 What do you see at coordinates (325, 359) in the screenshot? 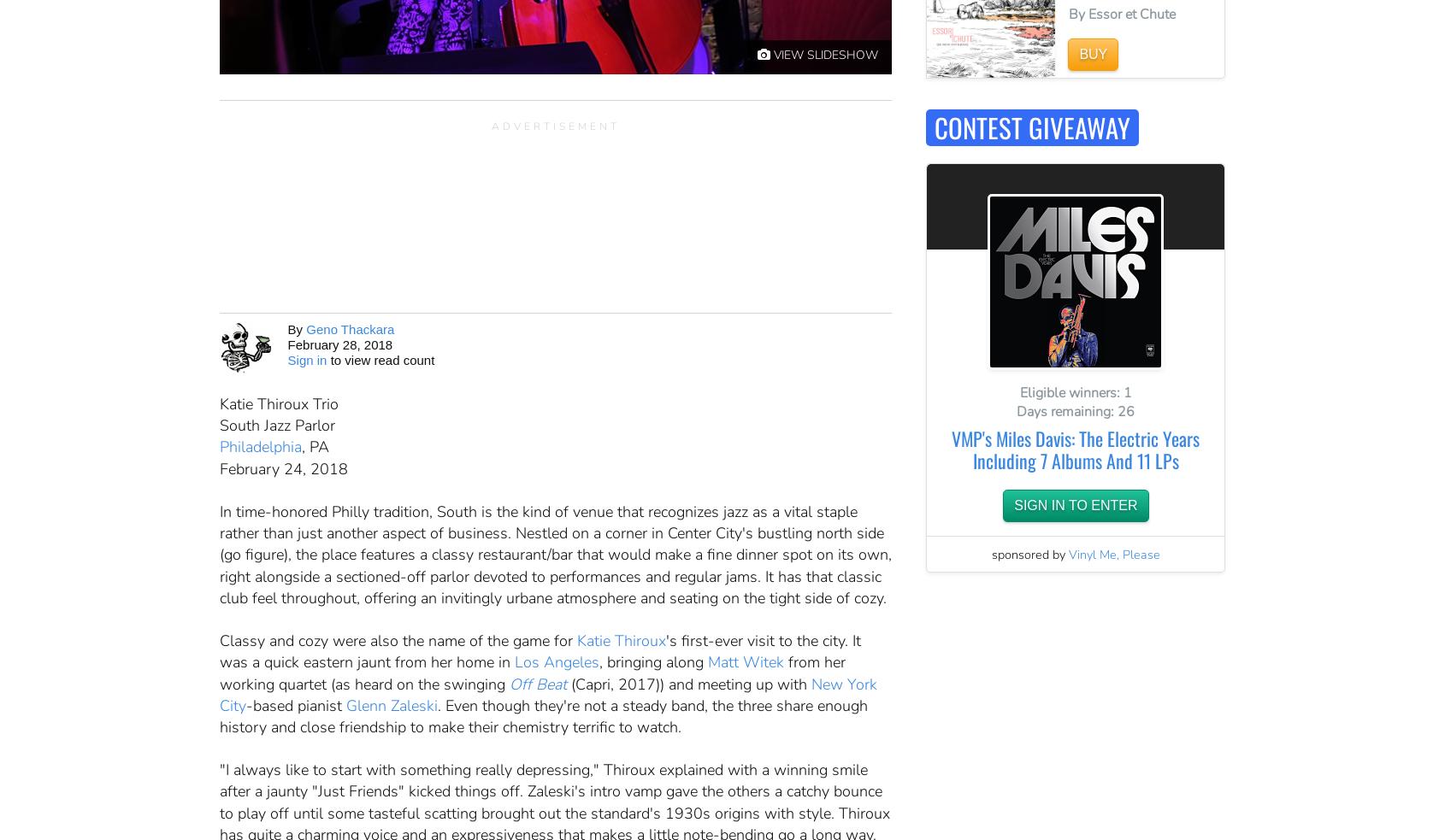
I see `'to view read count'` at bounding box center [325, 359].